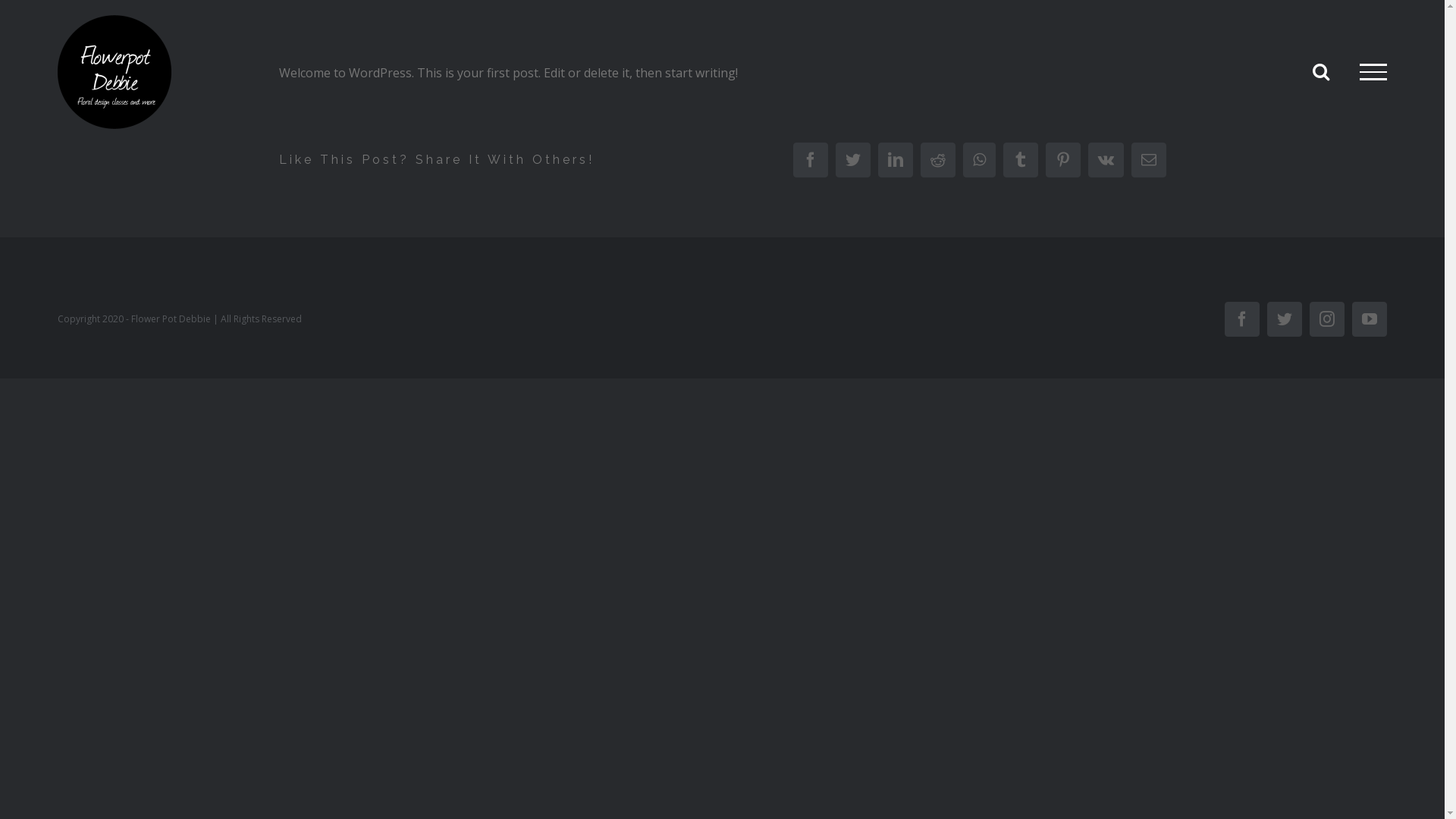 The height and width of the screenshot is (819, 1456). What do you see at coordinates (1369, 318) in the screenshot?
I see `'youtube'` at bounding box center [1369, 318].